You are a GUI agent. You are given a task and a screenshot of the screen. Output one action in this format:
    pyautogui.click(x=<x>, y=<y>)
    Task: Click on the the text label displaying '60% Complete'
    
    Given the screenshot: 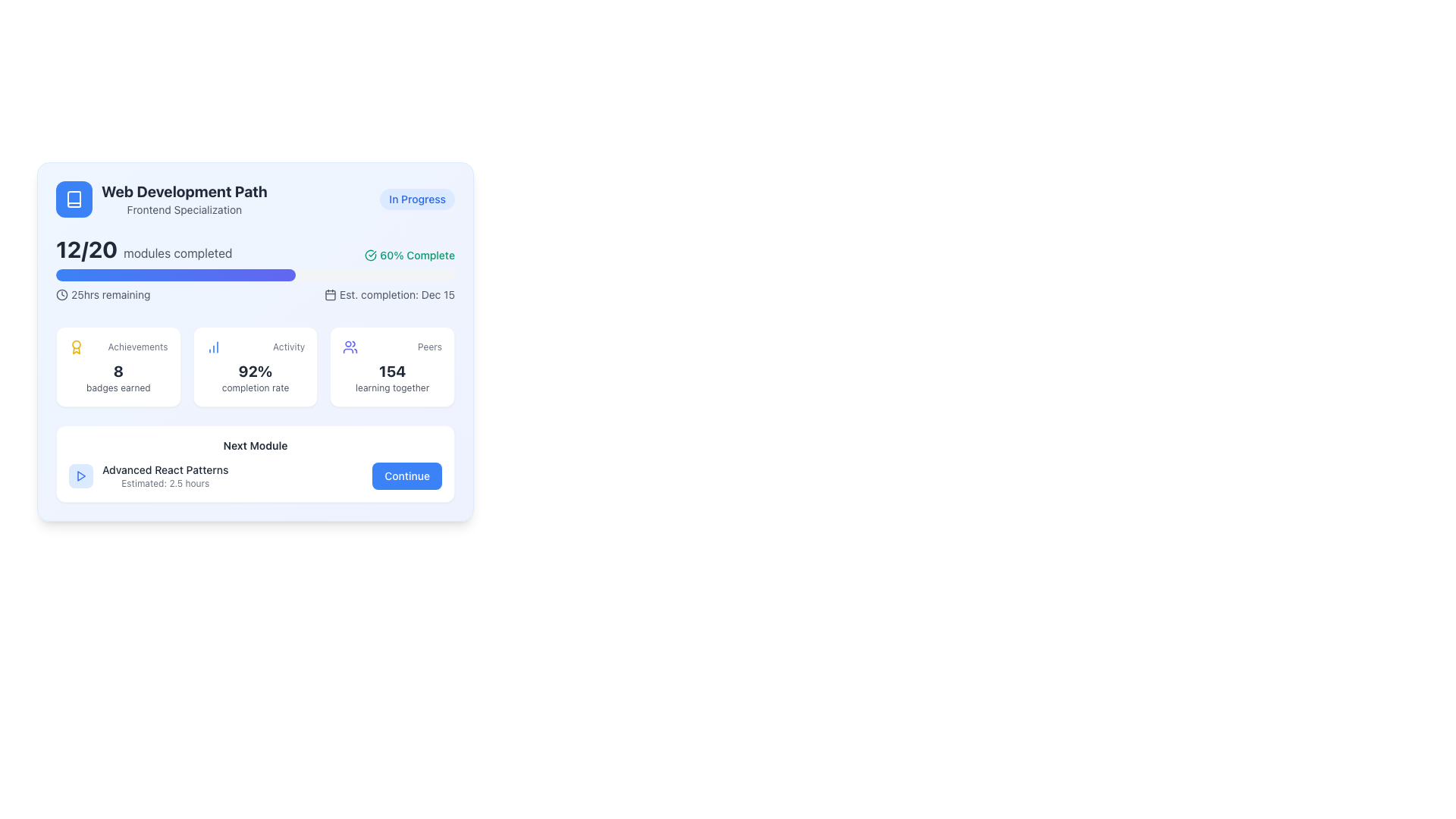 What is the action you would take?
    pyautogui.click(x=417, y=254)
    